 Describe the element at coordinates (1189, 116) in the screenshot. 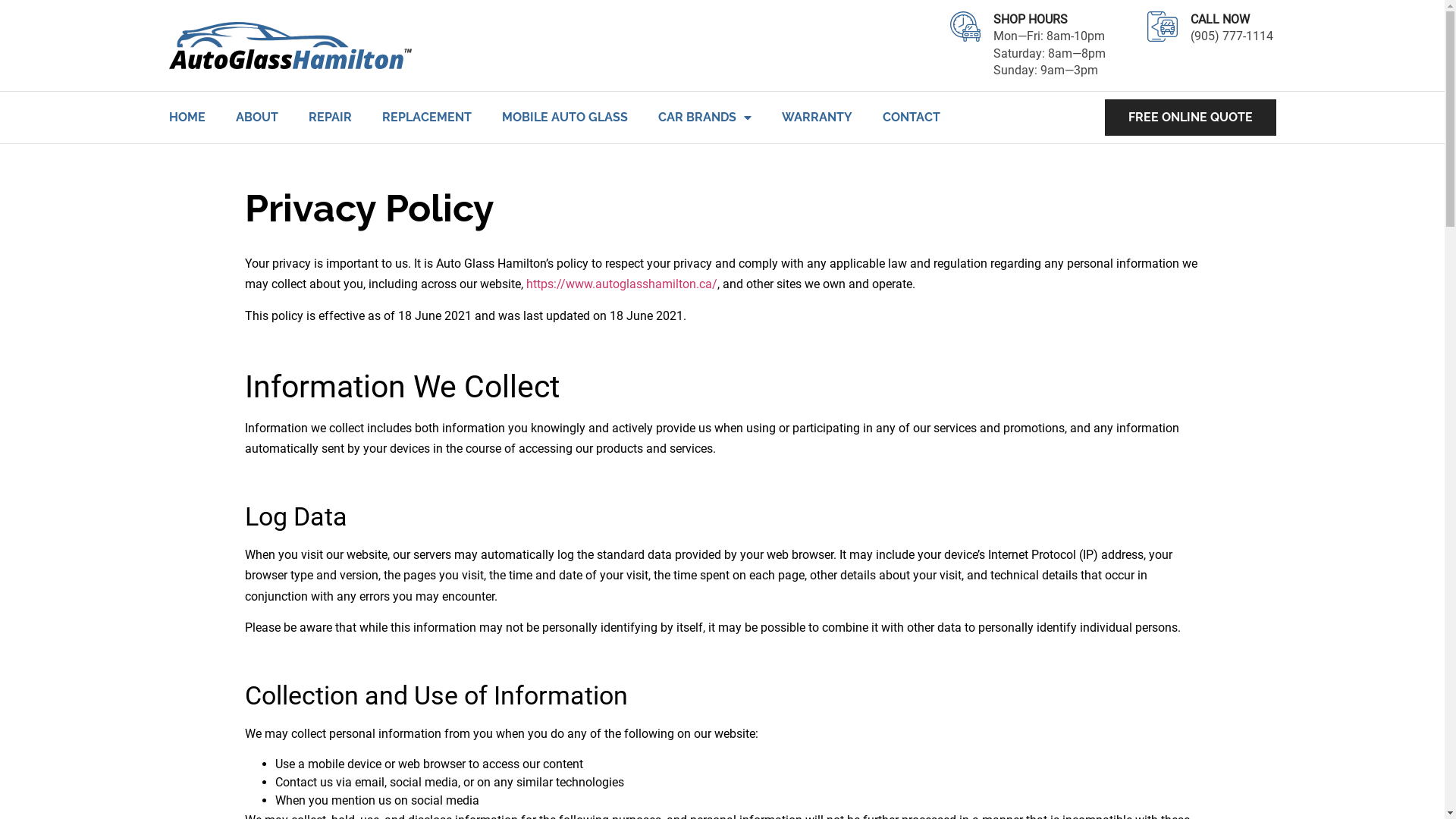

I see `'FREE ONLINE QUOTE'` at that location.